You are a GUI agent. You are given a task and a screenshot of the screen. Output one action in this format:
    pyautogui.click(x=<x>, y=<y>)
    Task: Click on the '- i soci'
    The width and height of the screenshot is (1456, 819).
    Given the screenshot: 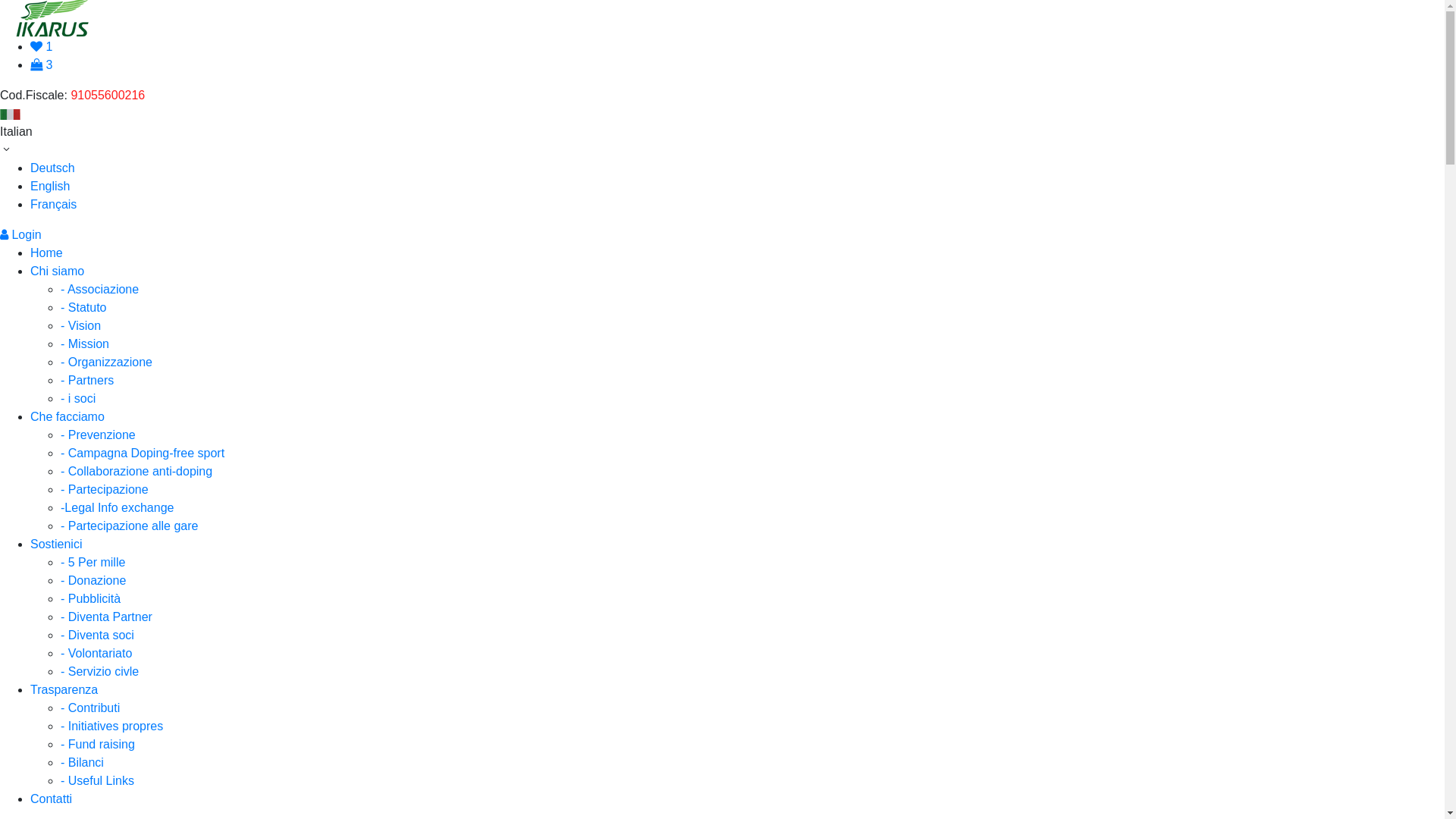 What is the action you would take?
    pyautogui.click(x=77, y=397)
    